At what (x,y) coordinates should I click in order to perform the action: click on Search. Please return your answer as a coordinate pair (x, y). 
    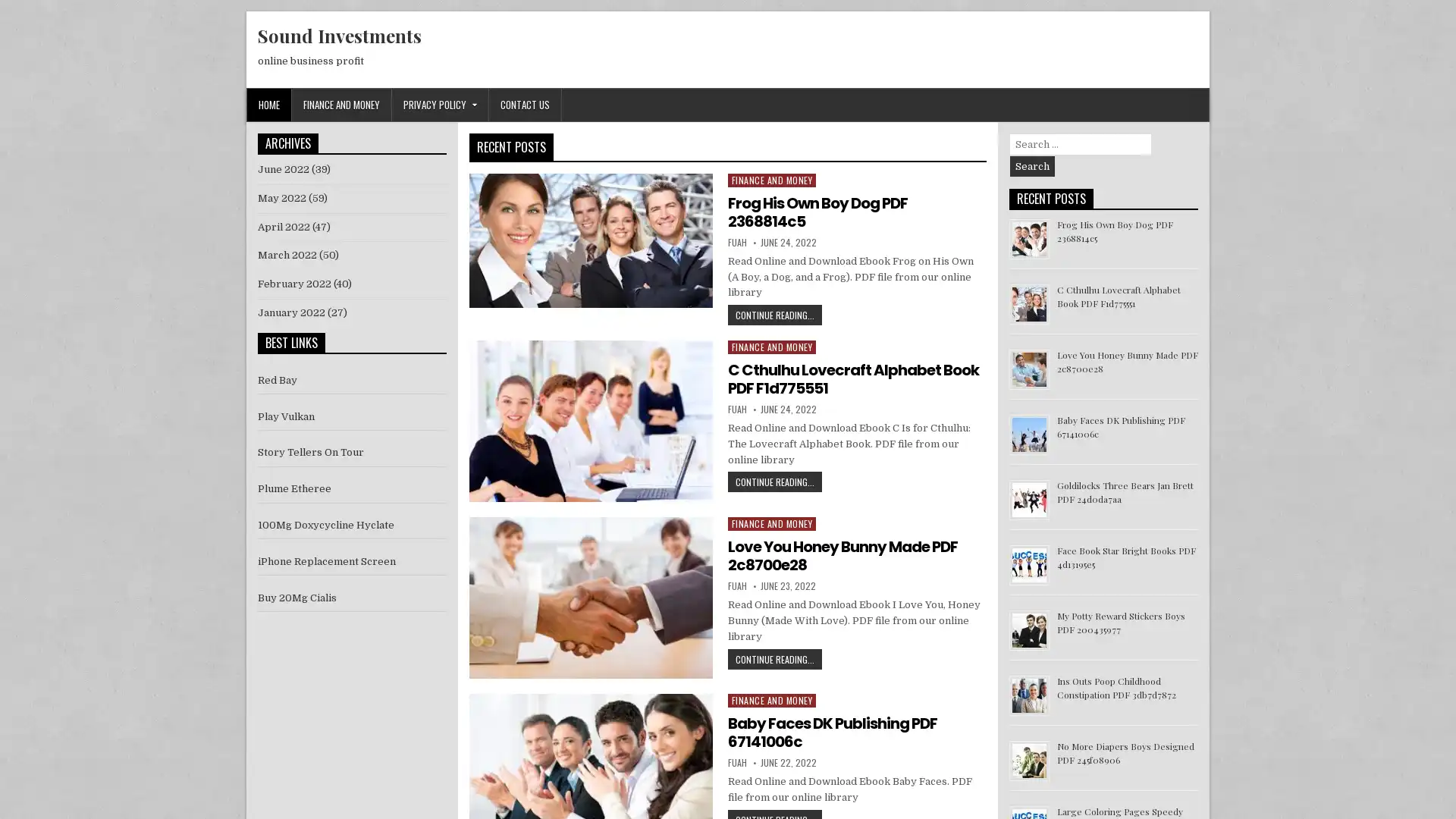
    Looking at the image, I should click on (1031, 166).